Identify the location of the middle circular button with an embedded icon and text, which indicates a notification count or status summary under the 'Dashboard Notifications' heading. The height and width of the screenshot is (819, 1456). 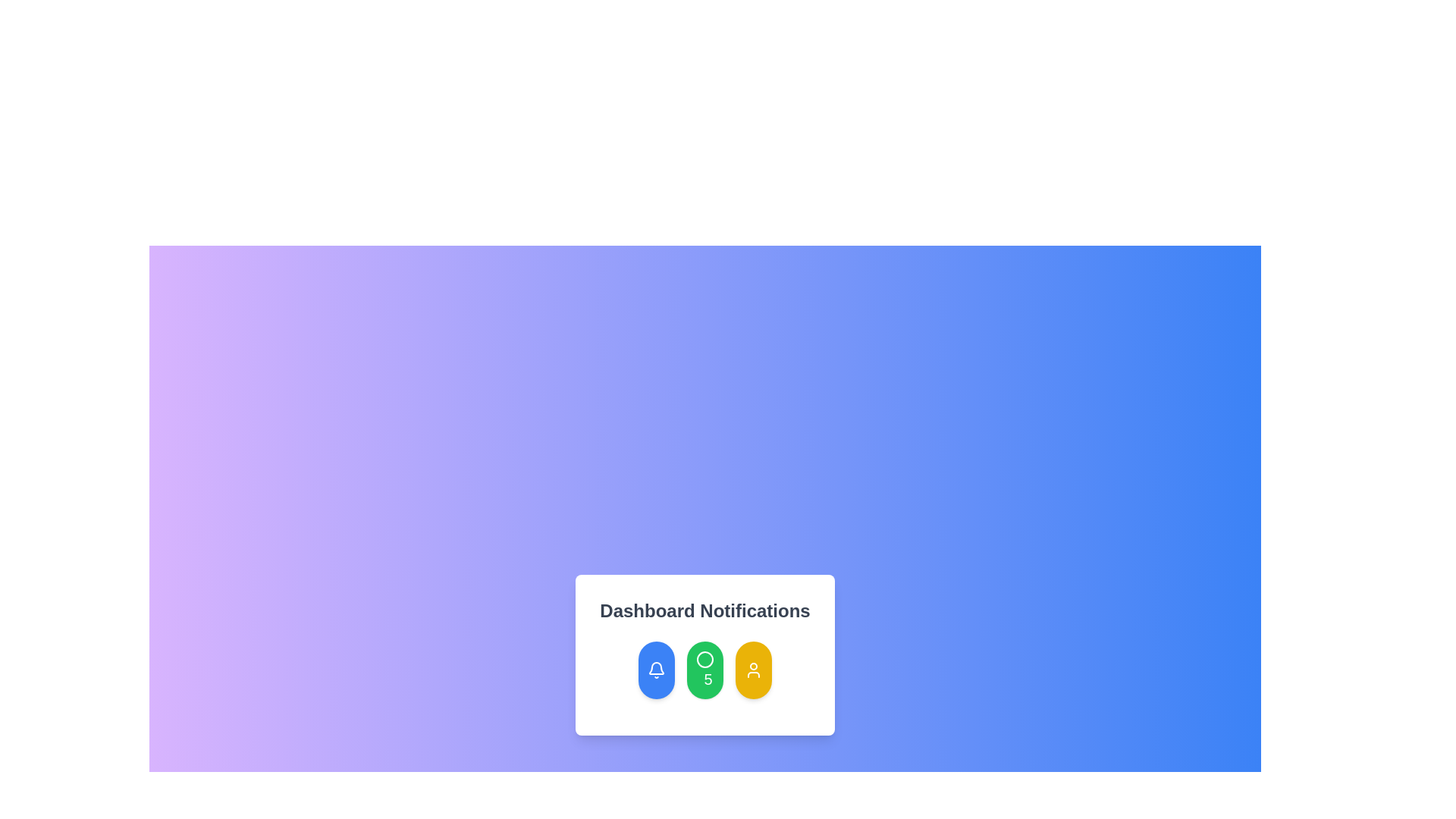
(704, 654).